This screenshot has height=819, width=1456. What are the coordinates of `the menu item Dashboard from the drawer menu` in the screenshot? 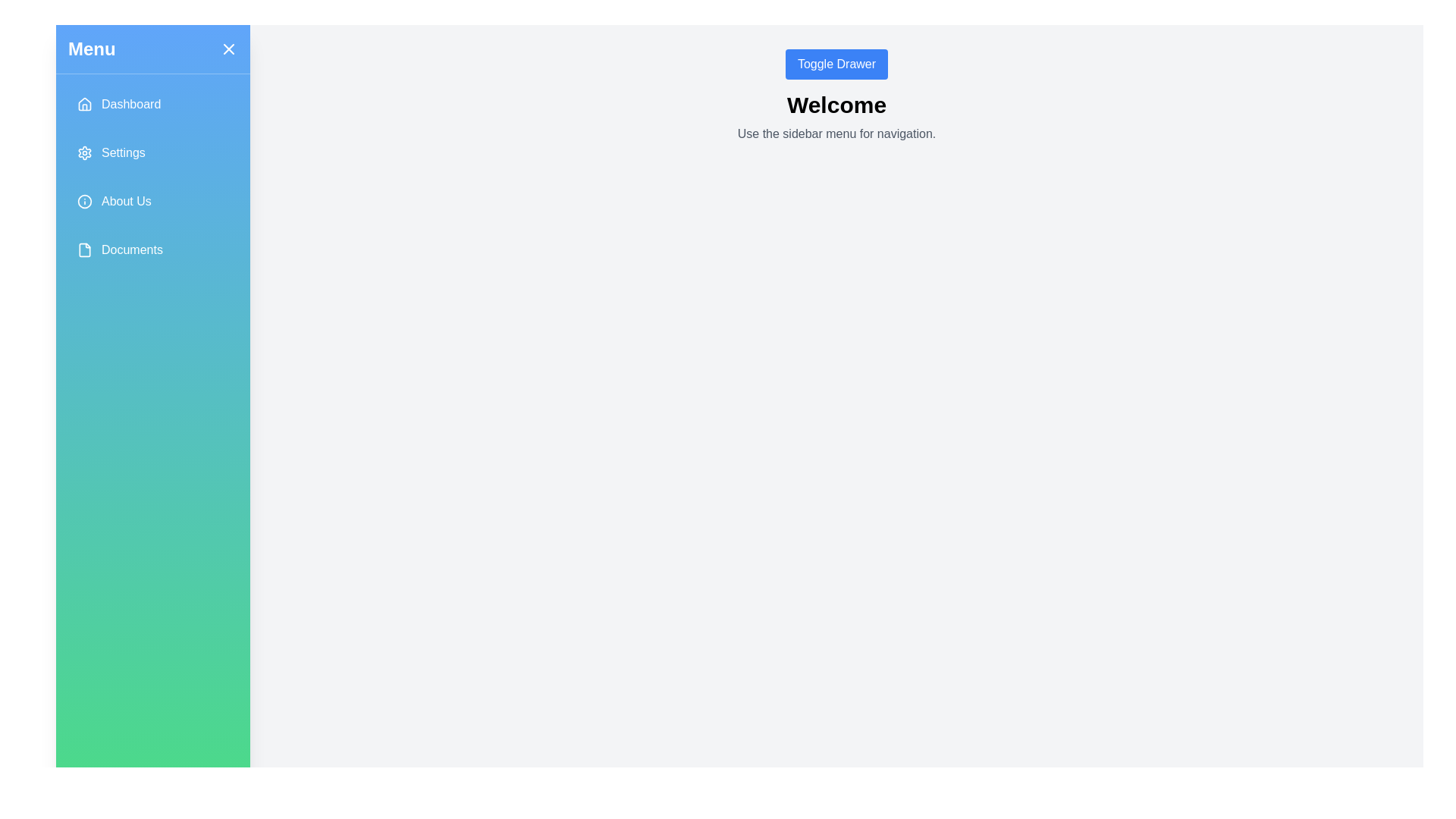 It's located at (152, 104).